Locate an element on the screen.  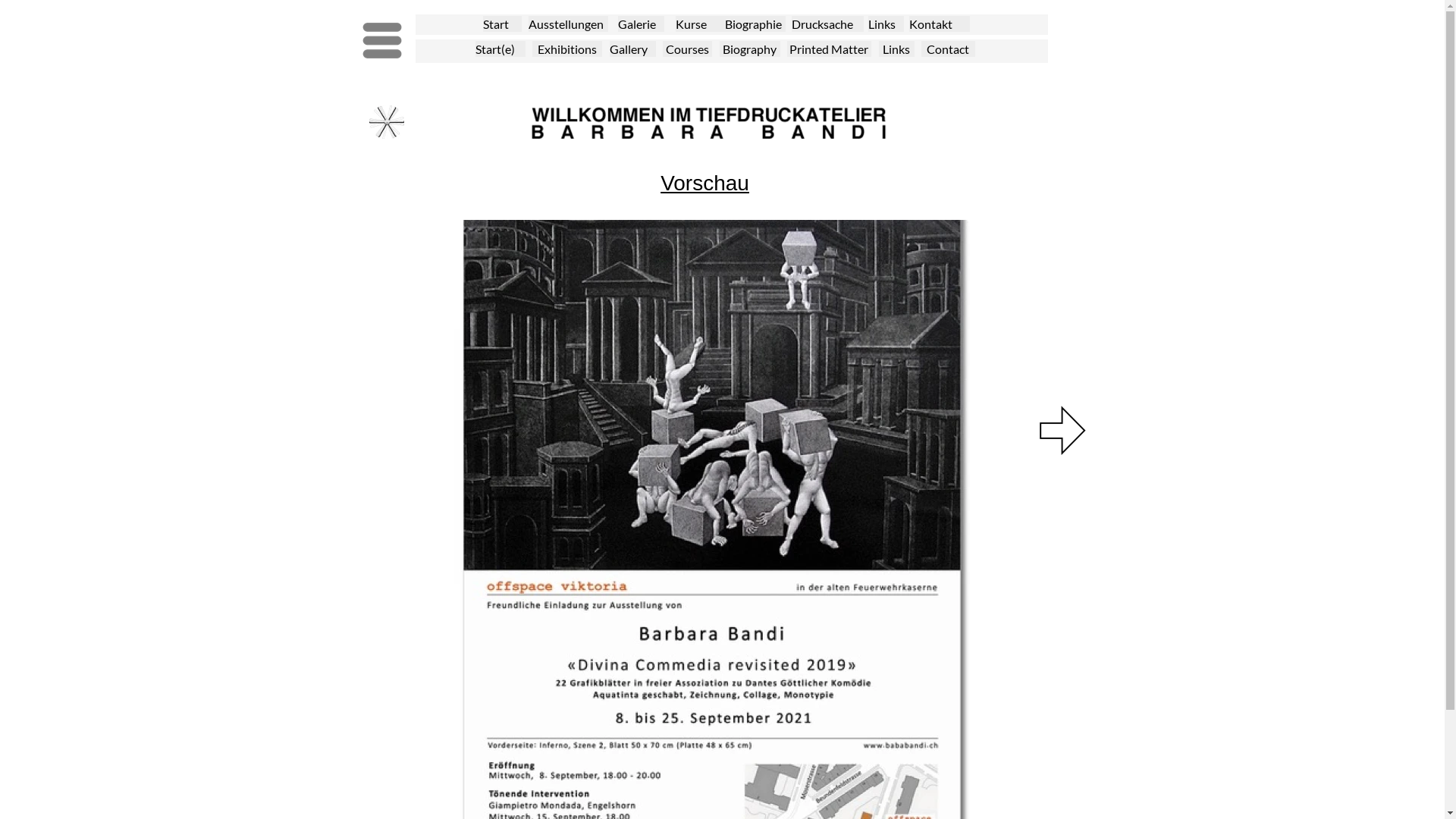
'Biographie' is located at coordinates (723, 24).